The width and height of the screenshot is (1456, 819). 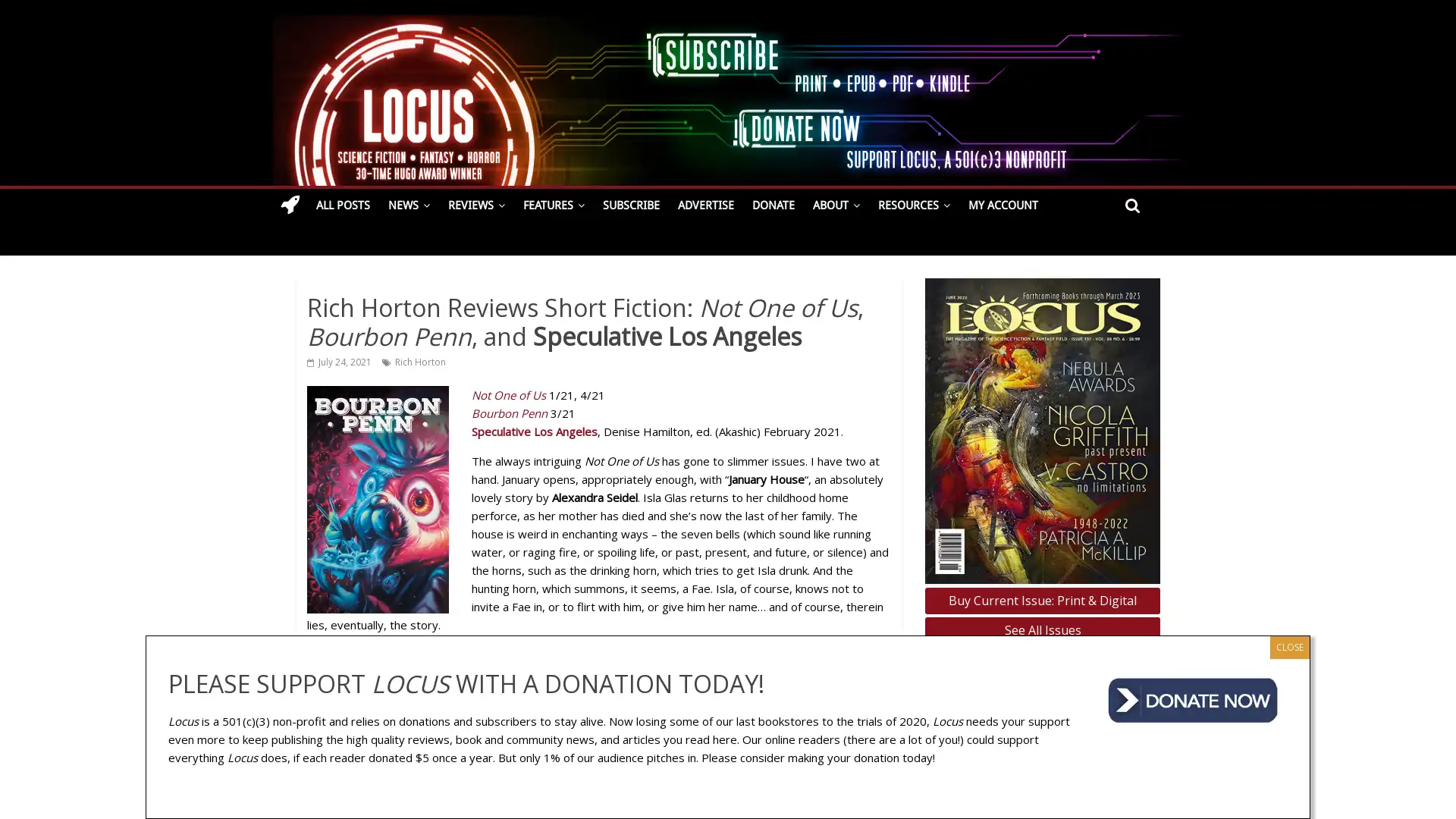 What do you see at coordinates (1041, 630) in the screenshot?
I see `See All Issues` at bounding box center [1041, 630].